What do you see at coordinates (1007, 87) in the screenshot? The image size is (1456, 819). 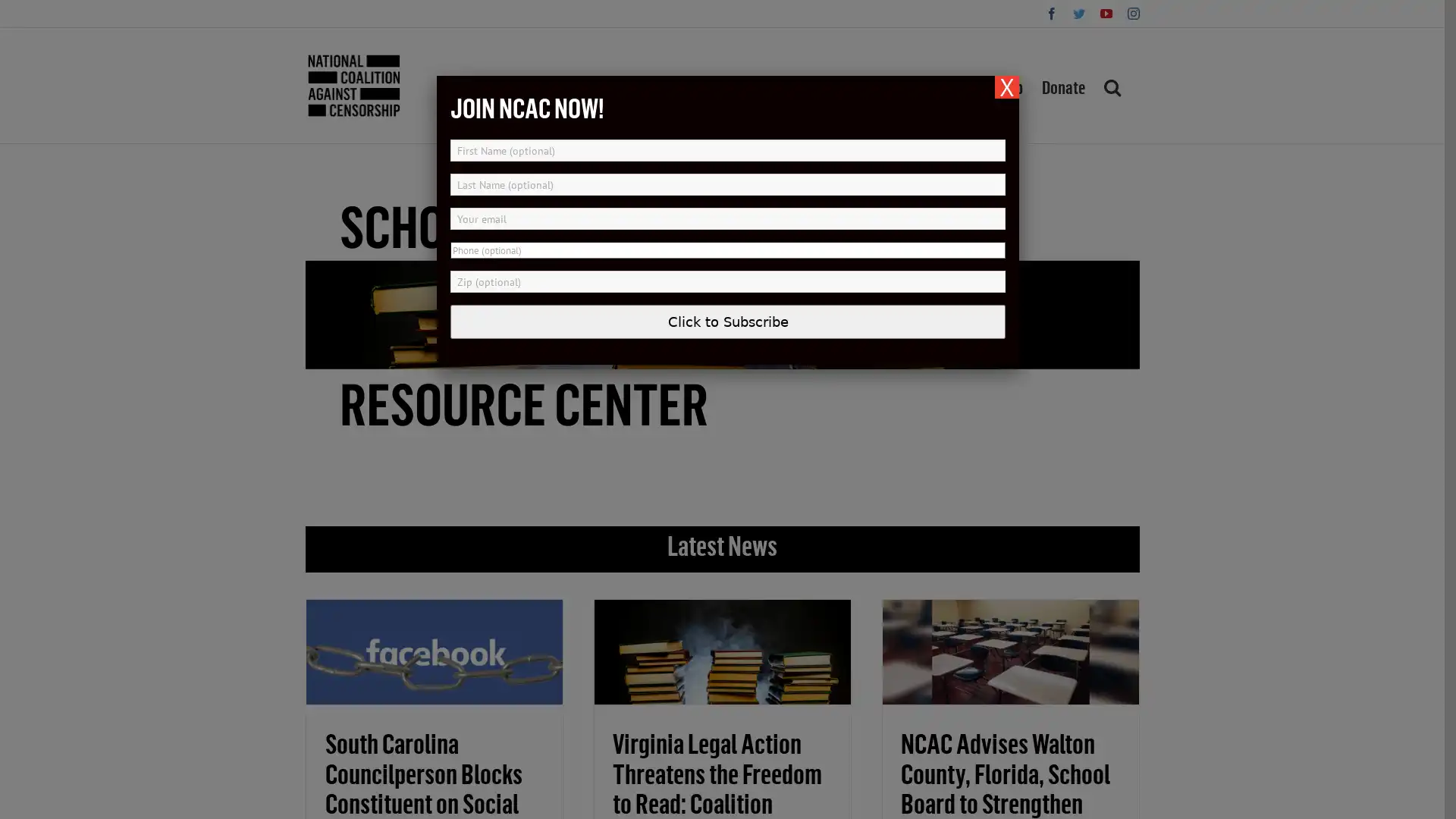 I see `Close` at bounding box center [1007, 87].